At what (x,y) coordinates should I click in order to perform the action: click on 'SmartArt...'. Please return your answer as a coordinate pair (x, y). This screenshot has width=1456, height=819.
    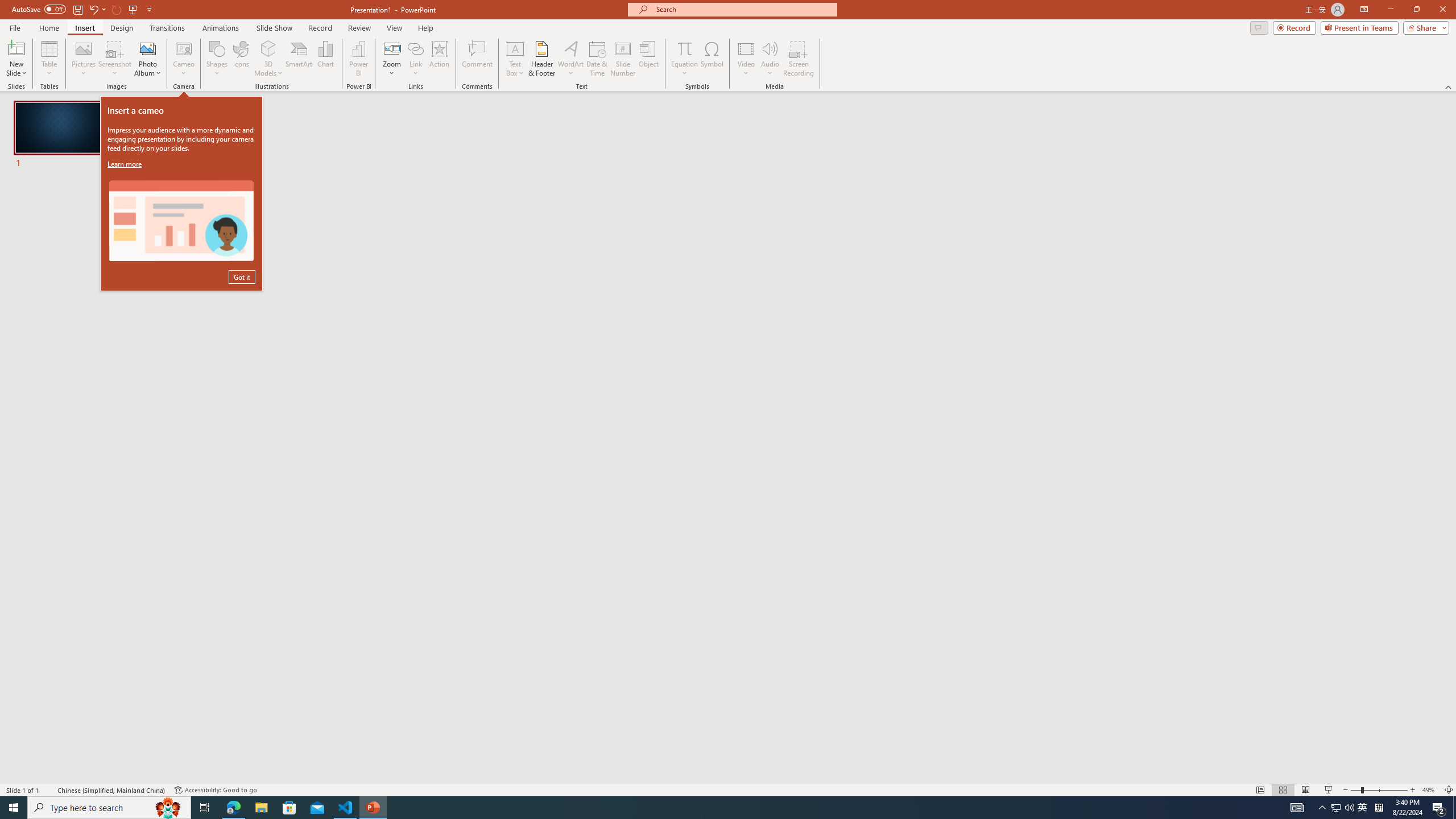
    Looking at the image, I should click on (299, 59).